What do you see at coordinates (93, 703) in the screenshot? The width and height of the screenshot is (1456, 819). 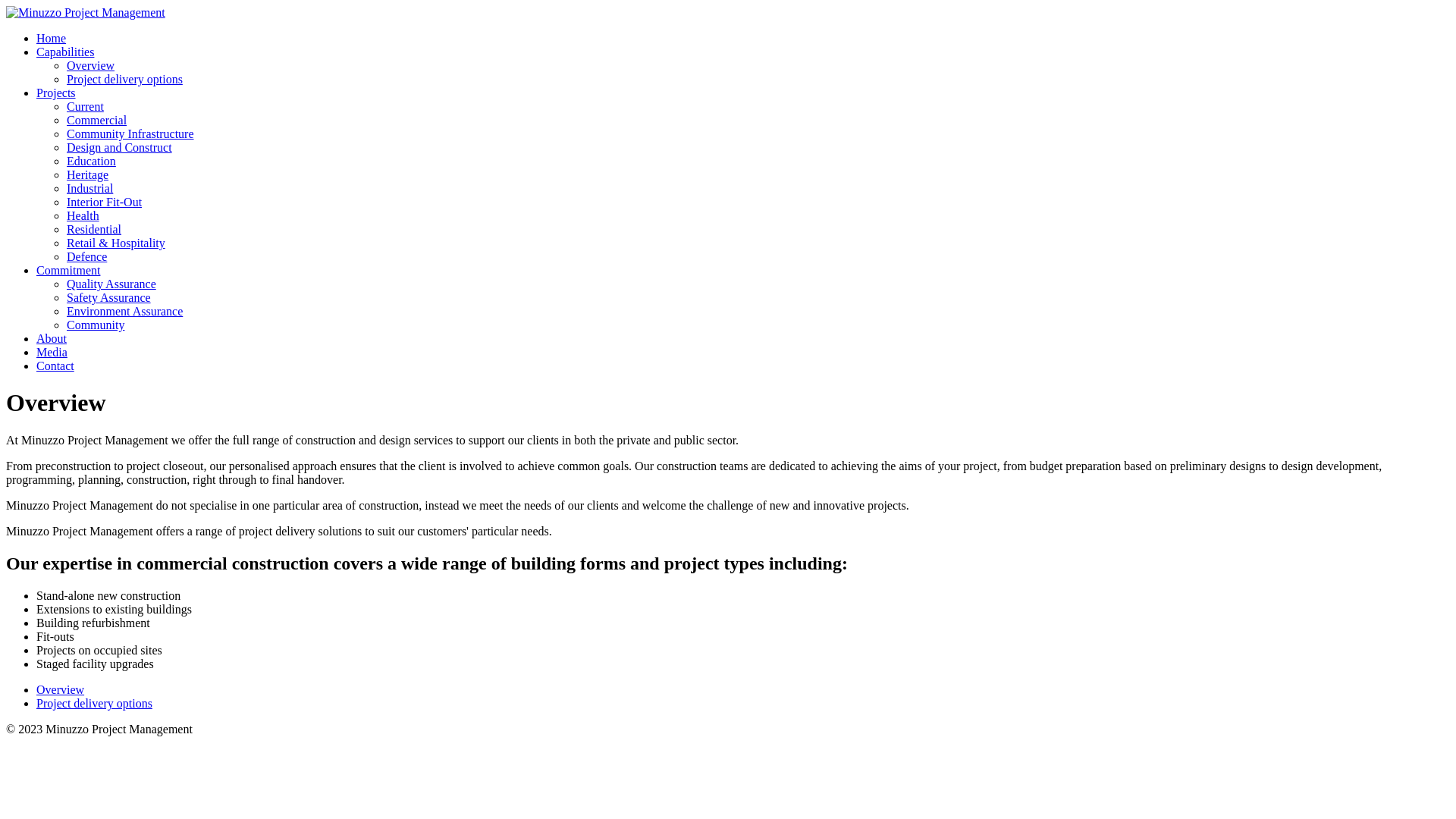 I see `'Project delivery options'` at bounding box center [93, 703].